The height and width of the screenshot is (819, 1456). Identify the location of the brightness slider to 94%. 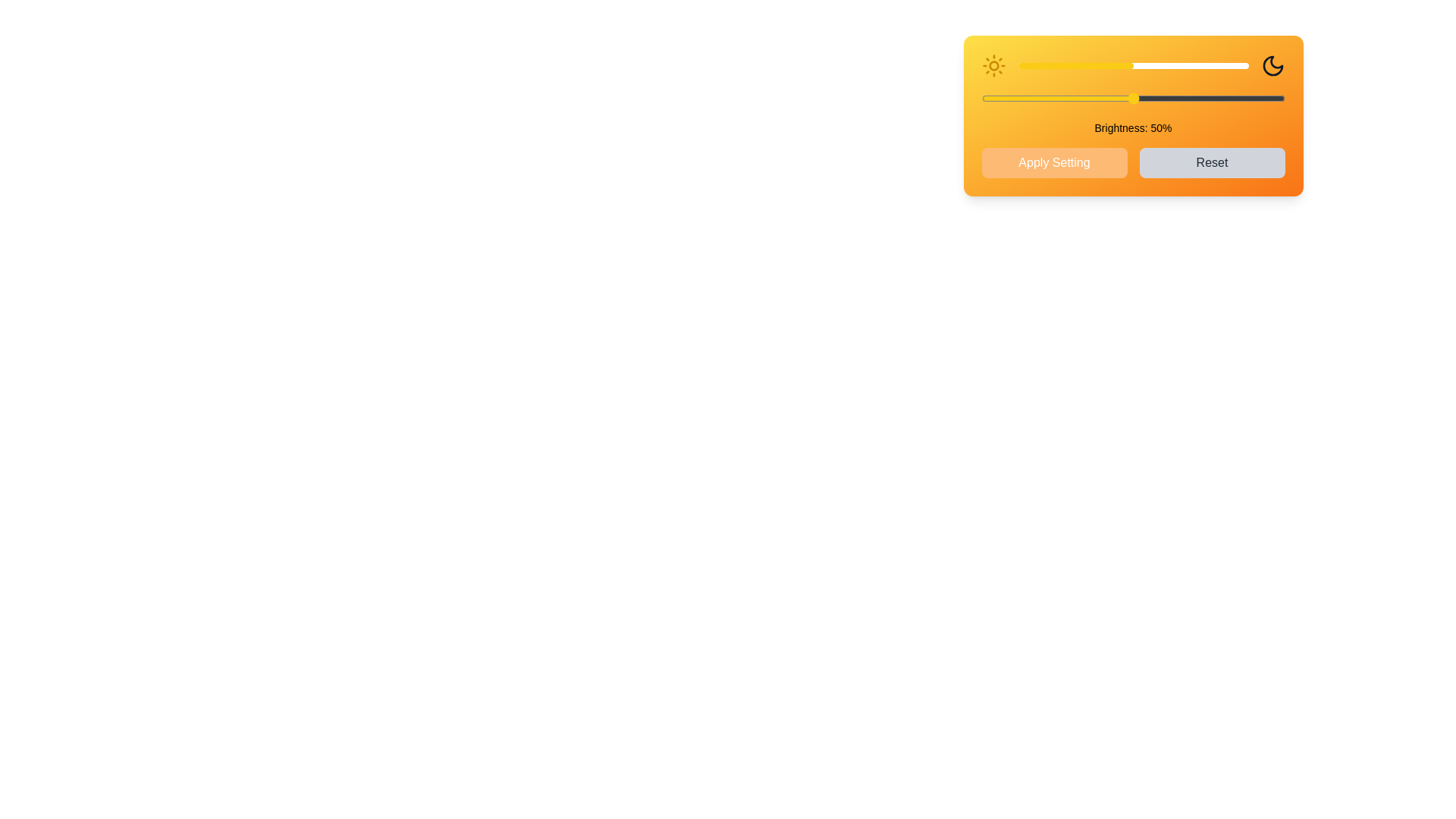
(1235, 65).